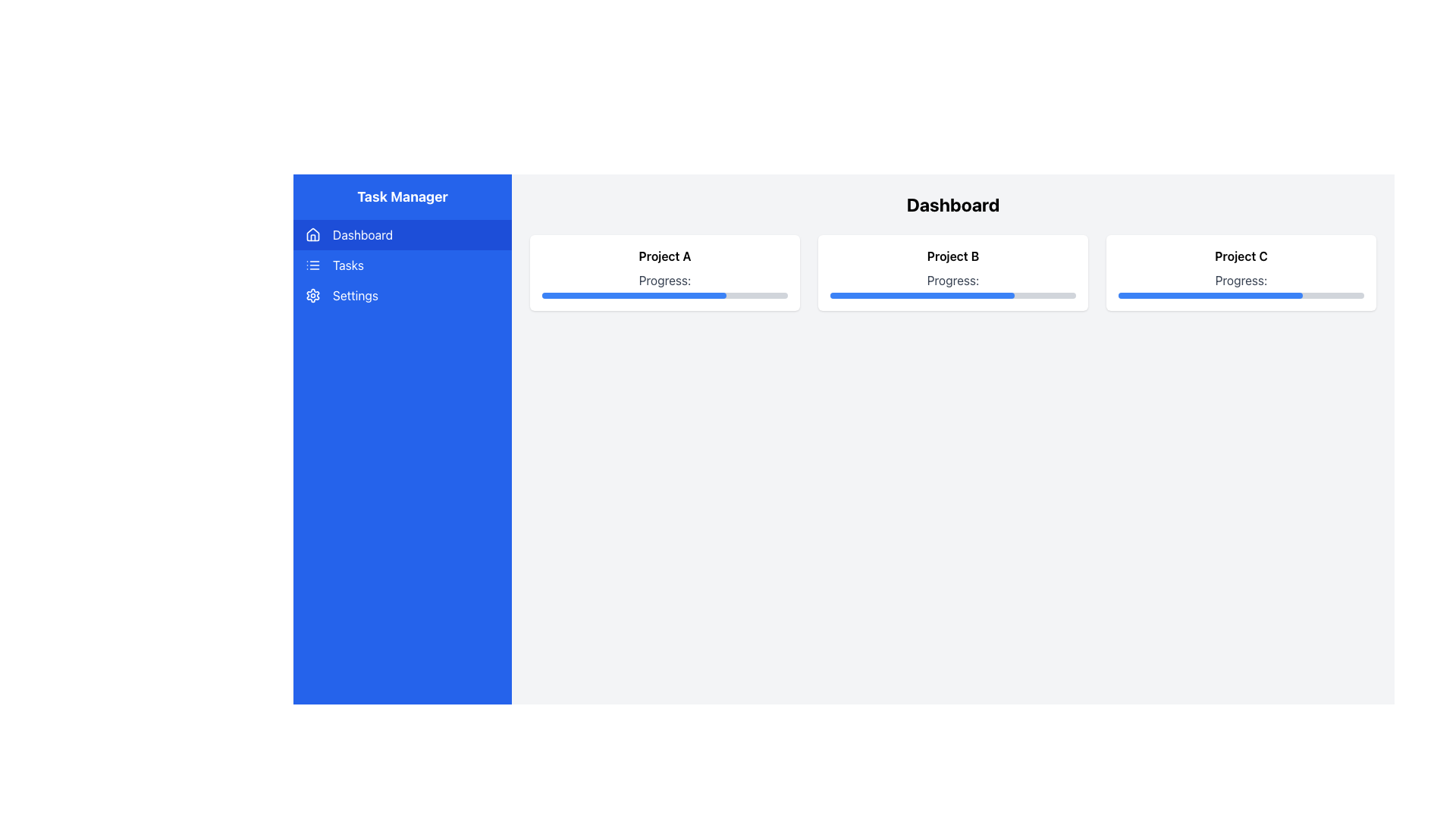 The width and height of the screenshot is (1456, 819). I want to click on the horizontal progress bar located below the 'Progress:' label in the 'Project A' card on the dashboard, so click(665, 295).